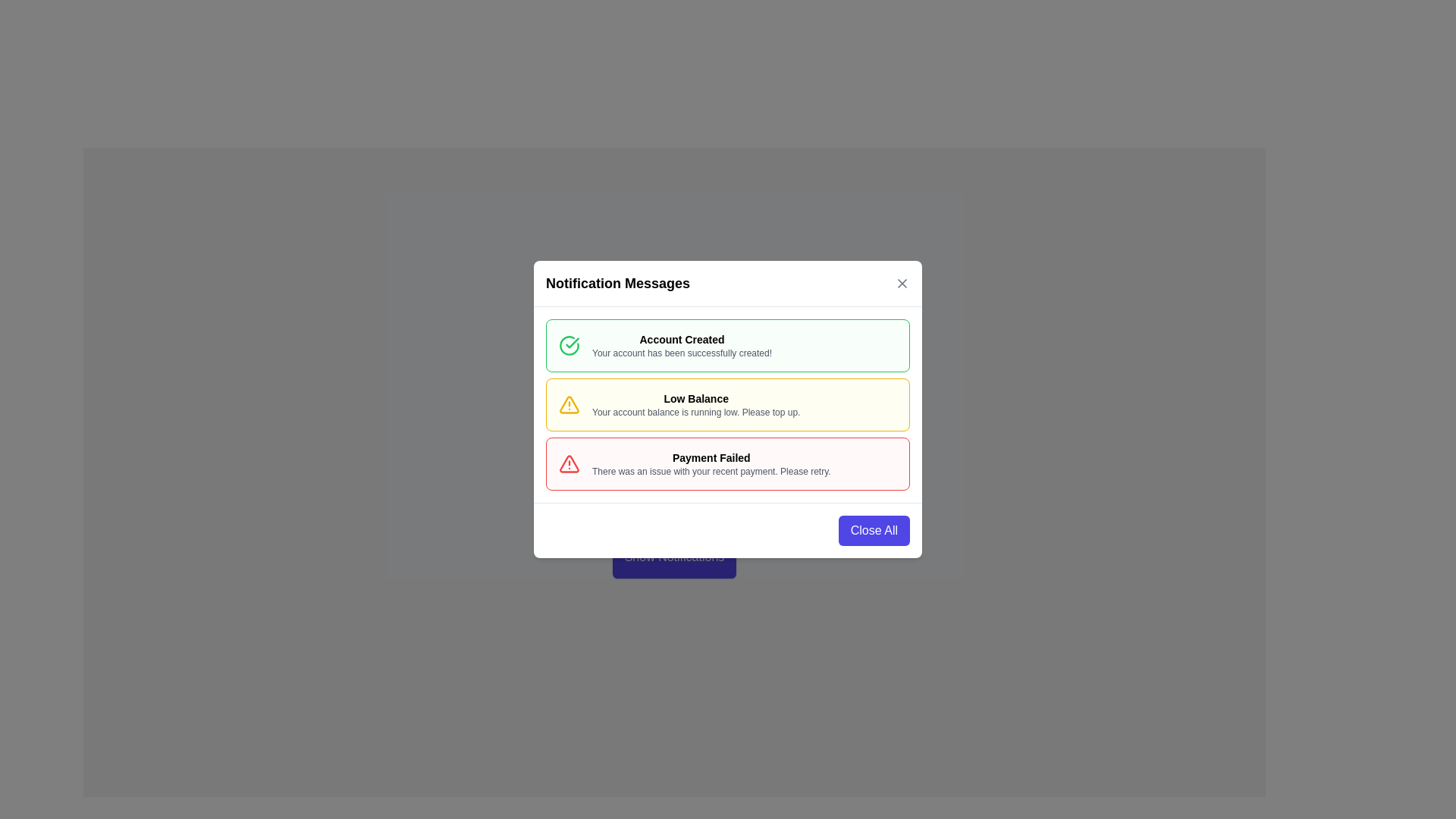  Describe the element at coordinates (681, 338) in the screenshot. I see `the text label stating 'Account Created' located at the top of the green-bordered notification card in the 'Notification Messages' modal dialog` at that location.